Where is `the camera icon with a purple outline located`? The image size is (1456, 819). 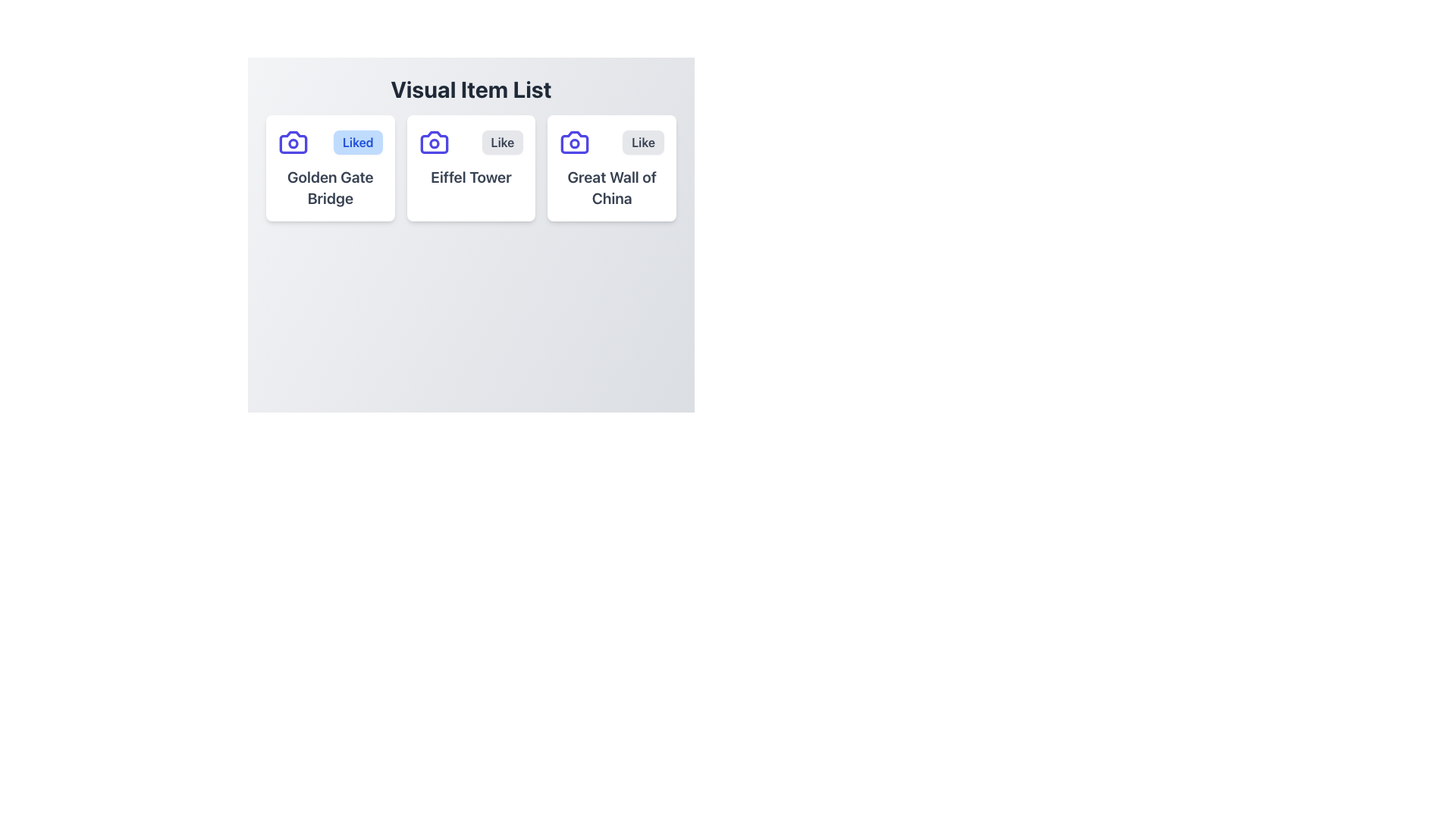 the camera icon with a purple outline located is located at coordinates (574, 143).